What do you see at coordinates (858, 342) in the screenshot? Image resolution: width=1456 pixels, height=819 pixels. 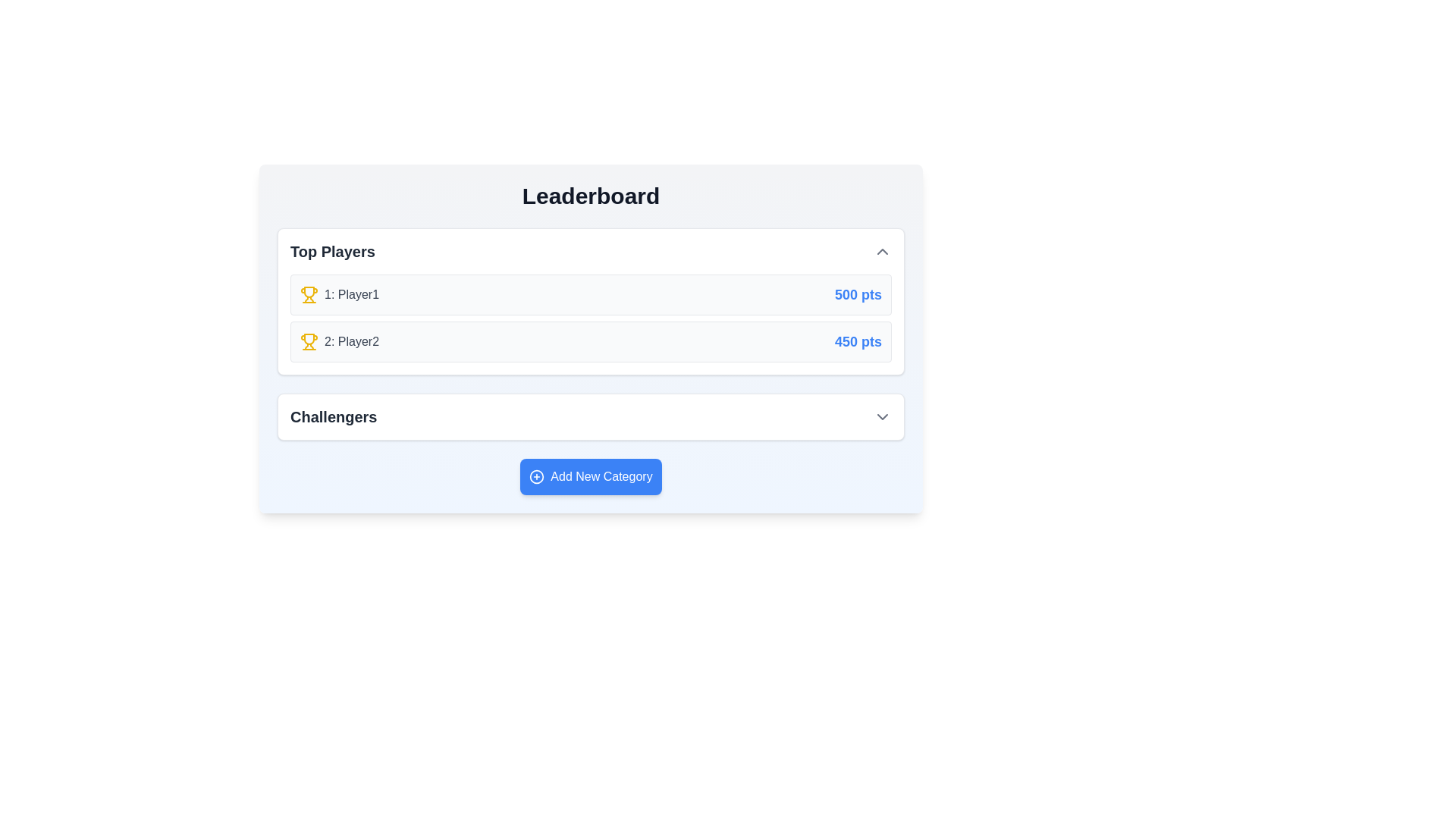 I see `the static text indicating the score of the second player in the leaderboard, which shows 450 points and is aligned to the right edge of the row` at bounding box center [858, 342].